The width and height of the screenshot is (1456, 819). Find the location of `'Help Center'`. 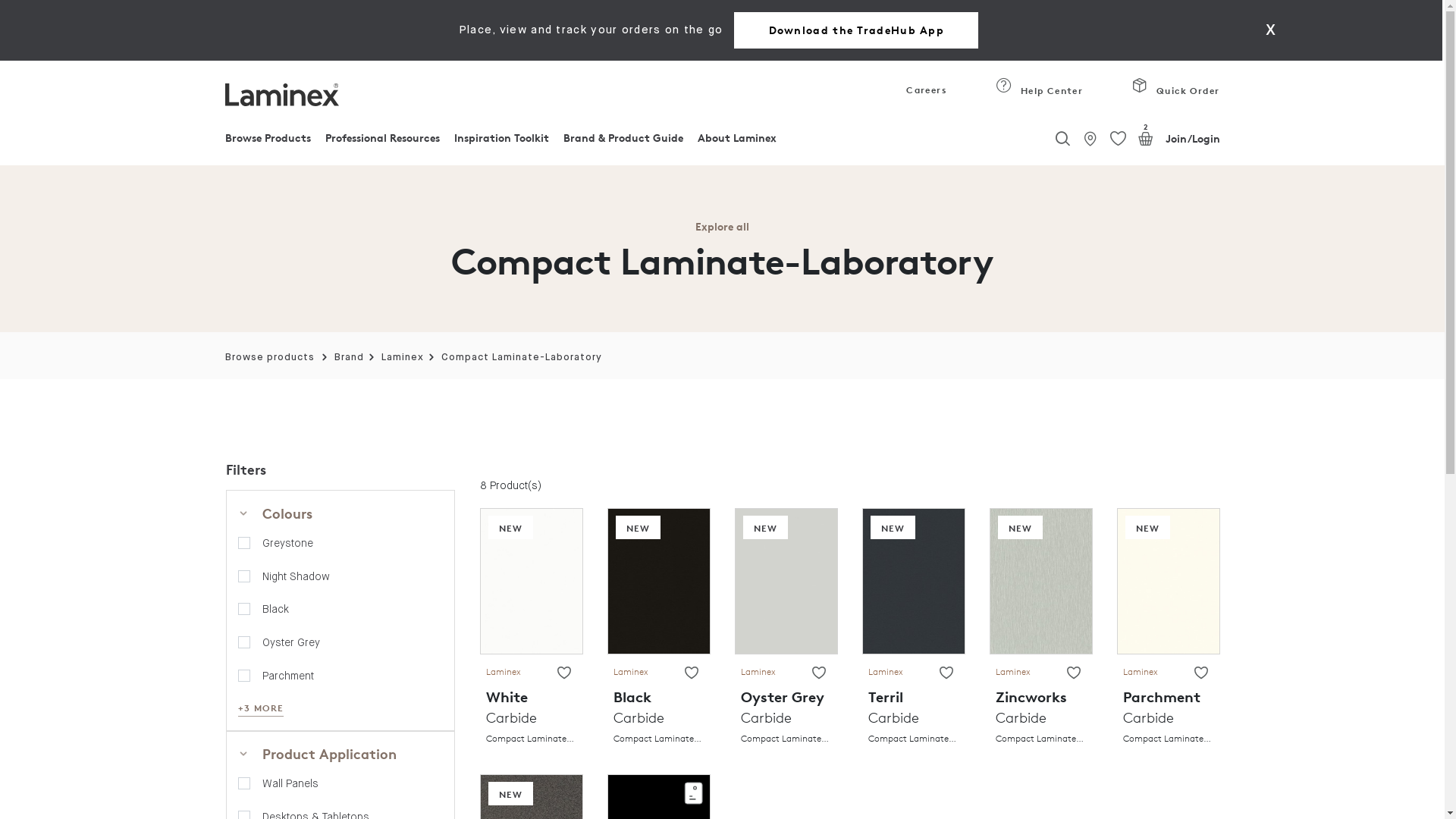

'Help Center' is located at coordinates (1004, 85).